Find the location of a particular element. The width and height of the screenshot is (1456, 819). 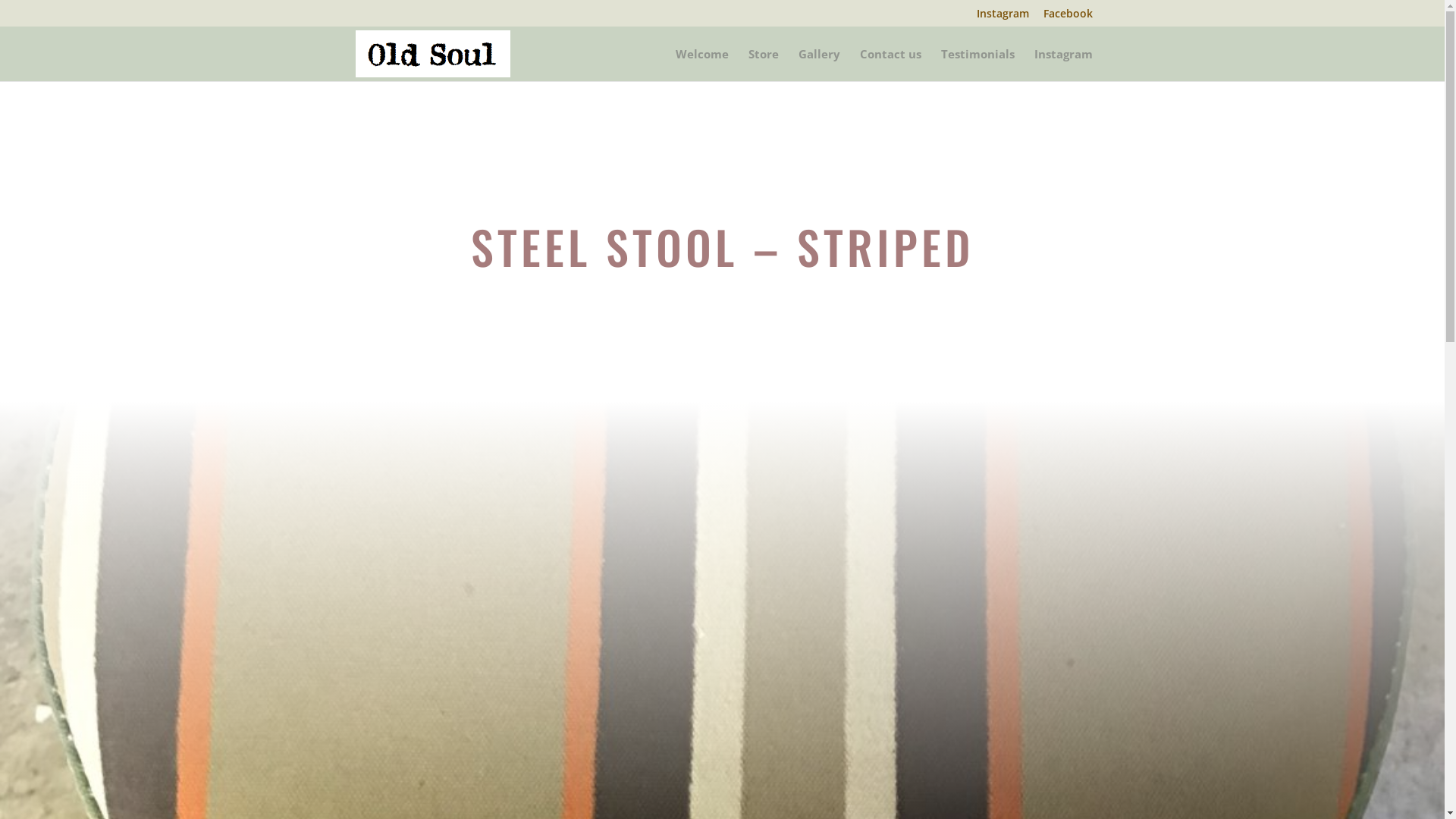

'Gallery' is located at coordinates (817, 64).